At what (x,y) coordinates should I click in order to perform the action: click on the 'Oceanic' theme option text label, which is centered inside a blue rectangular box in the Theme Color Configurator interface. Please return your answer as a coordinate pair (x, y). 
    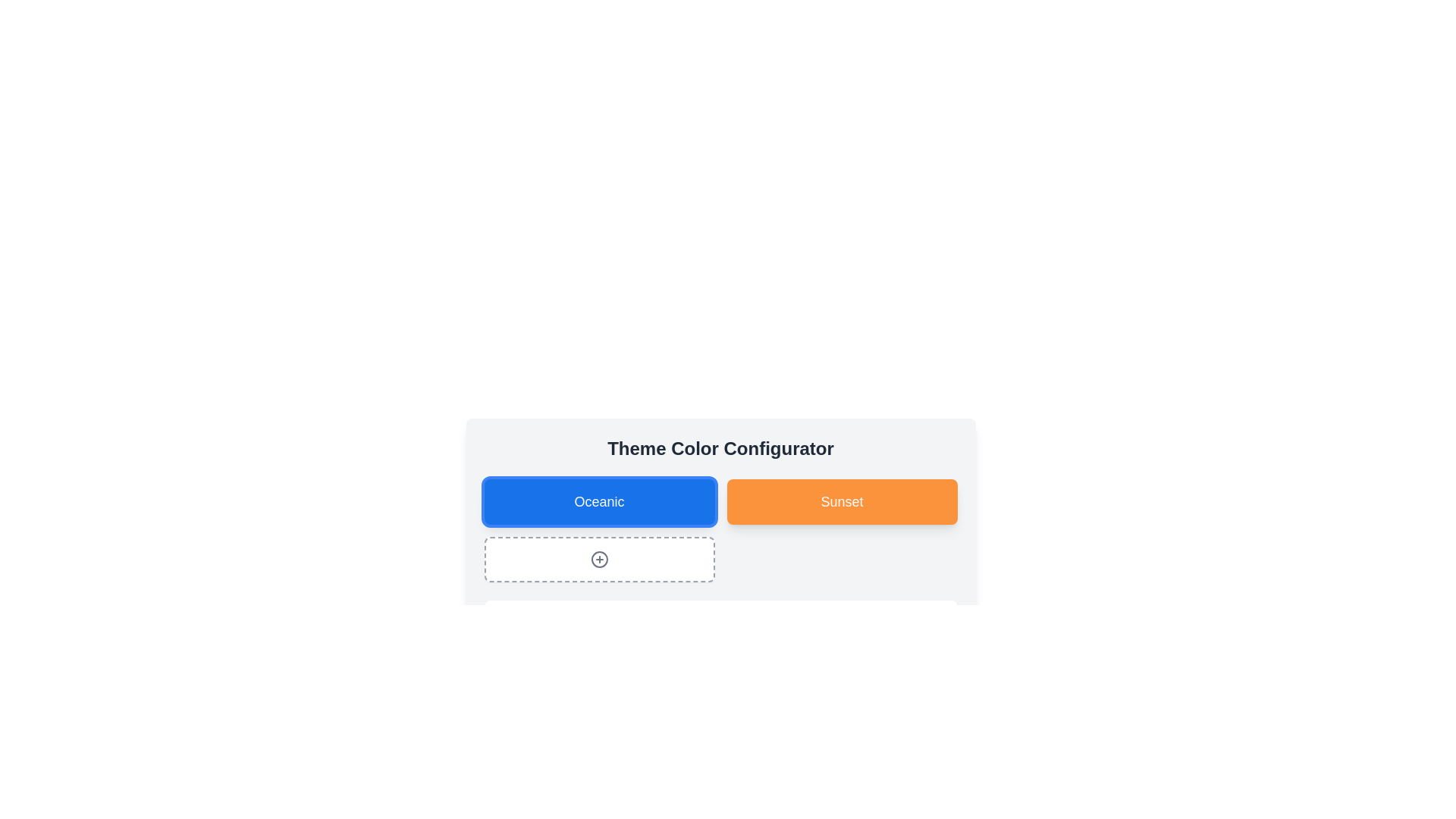
    Looking at the image, I should click on (598, 502).